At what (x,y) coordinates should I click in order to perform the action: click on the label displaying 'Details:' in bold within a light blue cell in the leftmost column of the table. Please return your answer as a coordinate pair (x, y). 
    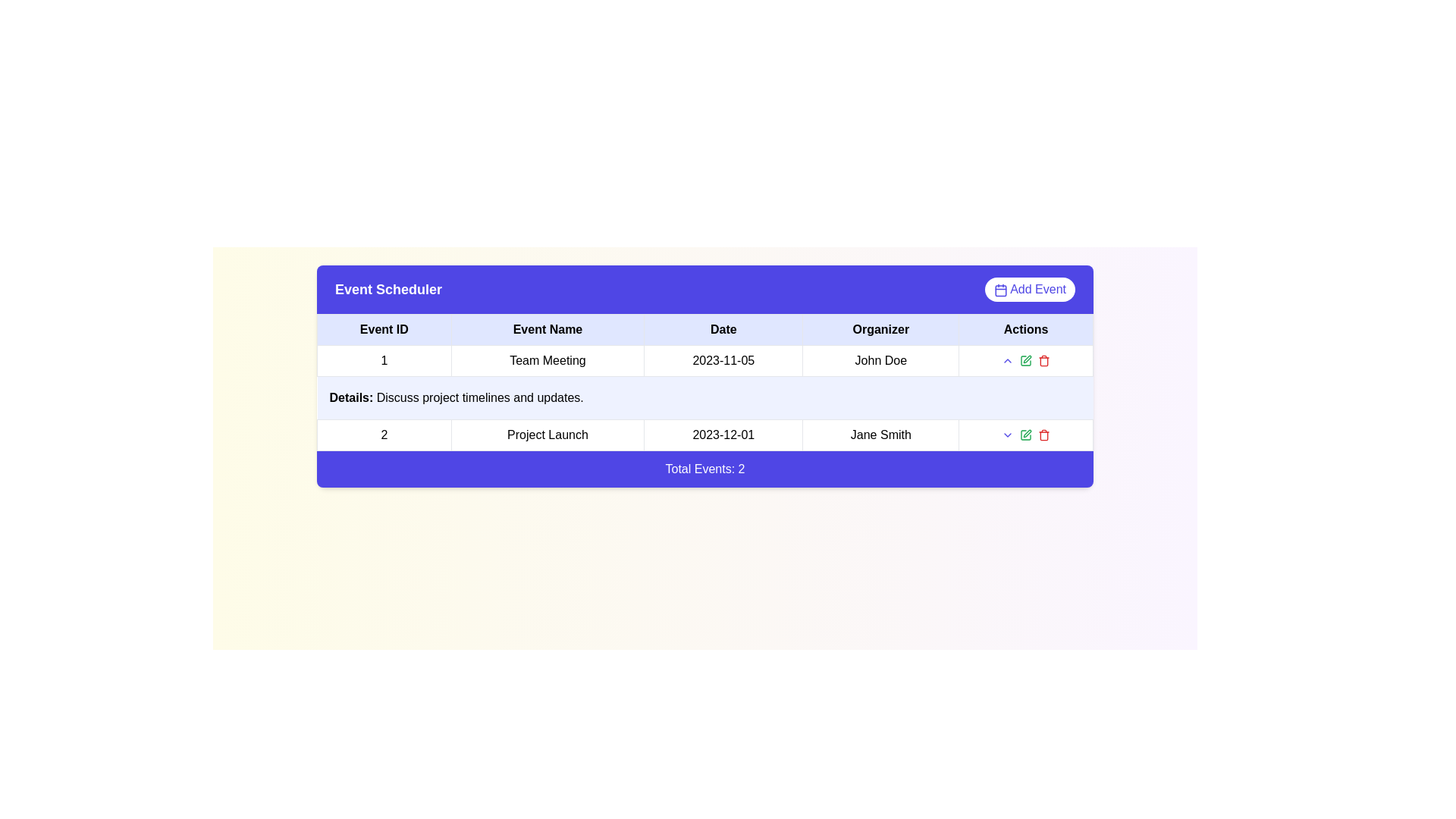
    Looking at the image, I should click on (350, 397).